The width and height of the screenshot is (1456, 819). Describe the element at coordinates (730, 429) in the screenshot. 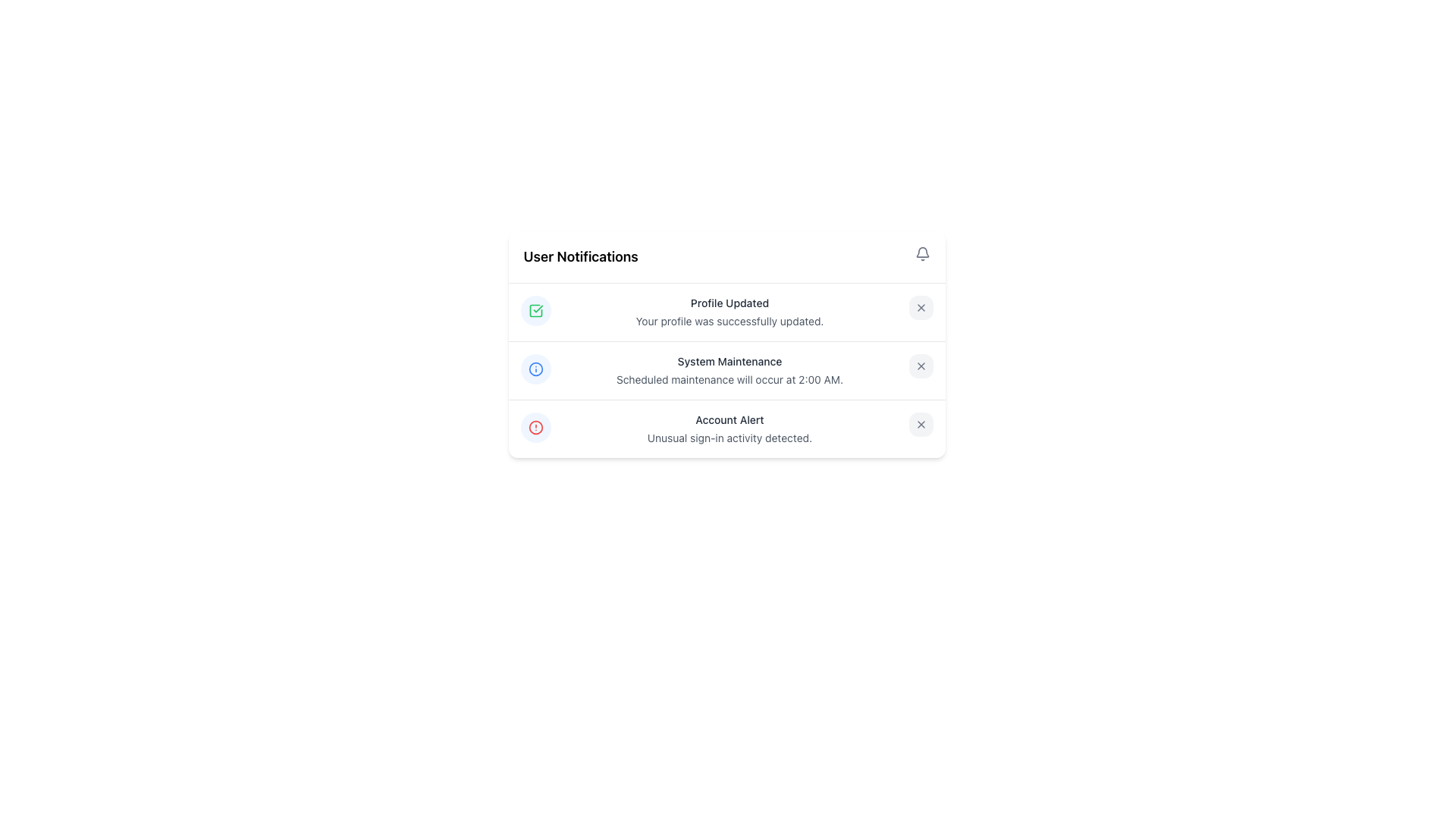

I see `security notification about unusual sign-in activity, which is the third notification in the list below 'System Maintenance'` at that location.